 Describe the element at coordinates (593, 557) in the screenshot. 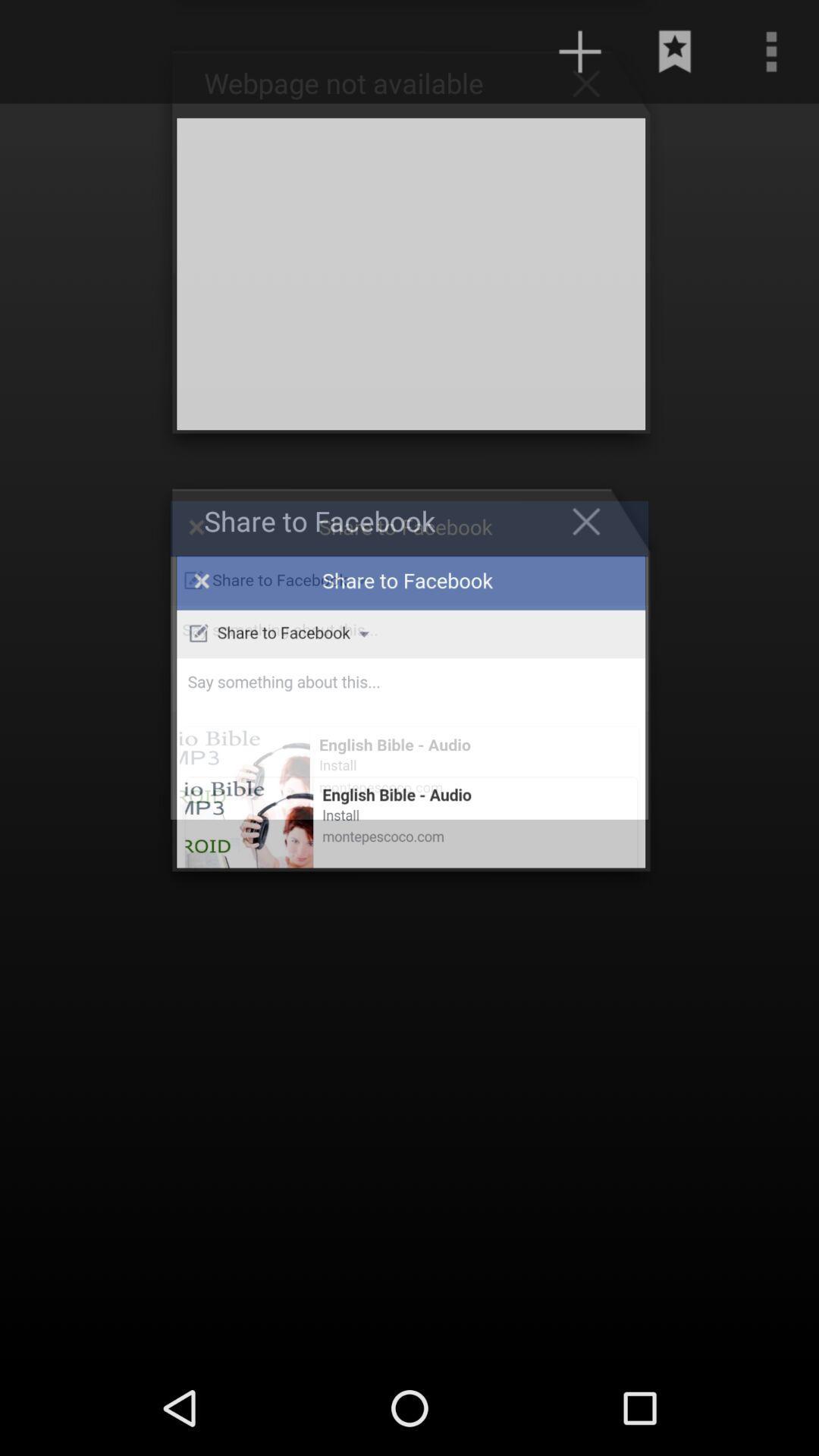

I see `the close icon` at that location.